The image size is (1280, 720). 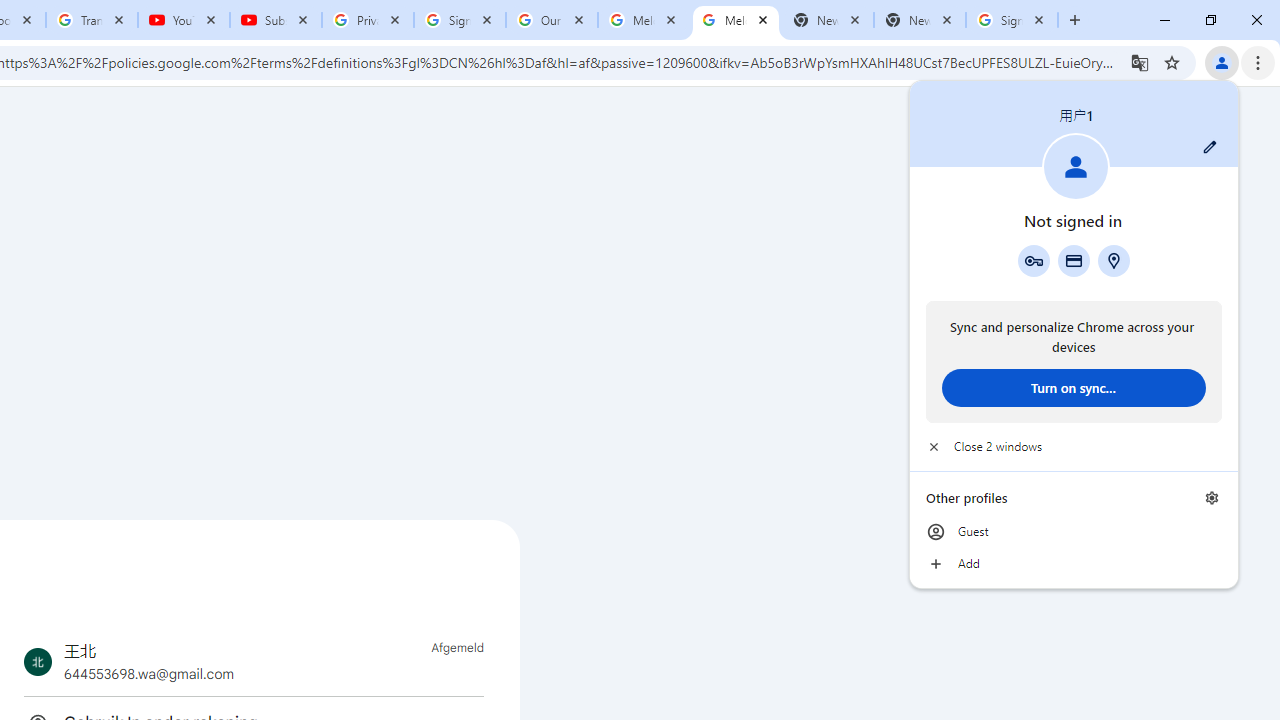 I want to click on 'Subscriptions - YouTube', so click(x=275, y=20).